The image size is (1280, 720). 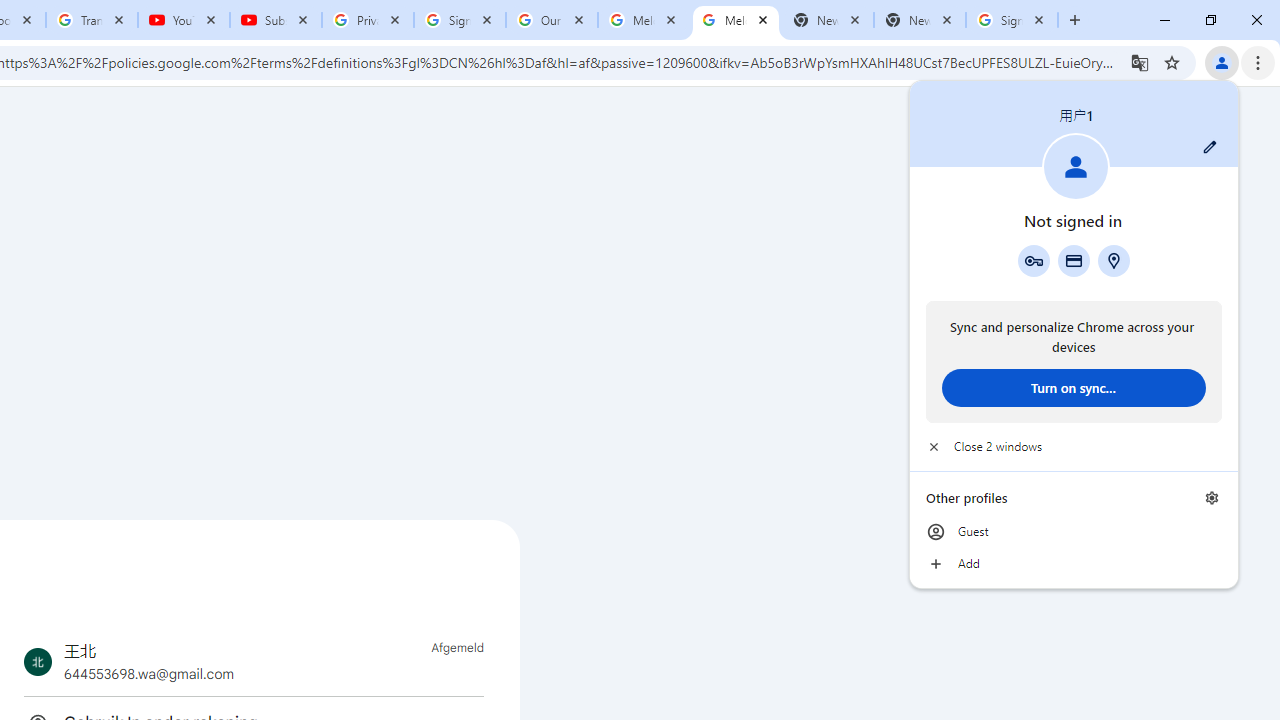 I want to click on 'Subscriptions - YouTube', so click(x=275, y=20).